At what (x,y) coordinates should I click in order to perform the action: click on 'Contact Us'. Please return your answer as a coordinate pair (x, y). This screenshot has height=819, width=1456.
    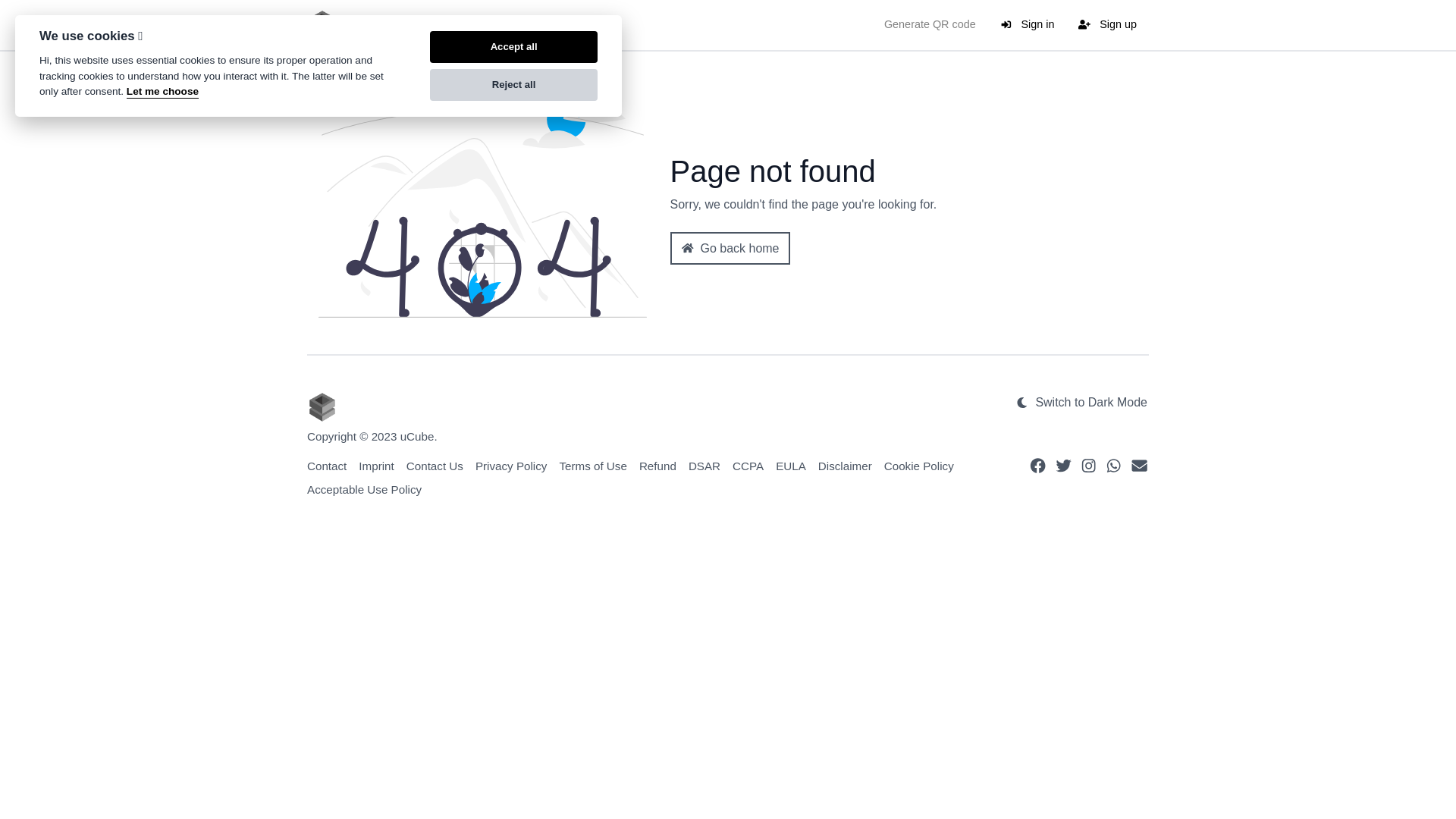
    Looking at the image, I should click on (434, 465).